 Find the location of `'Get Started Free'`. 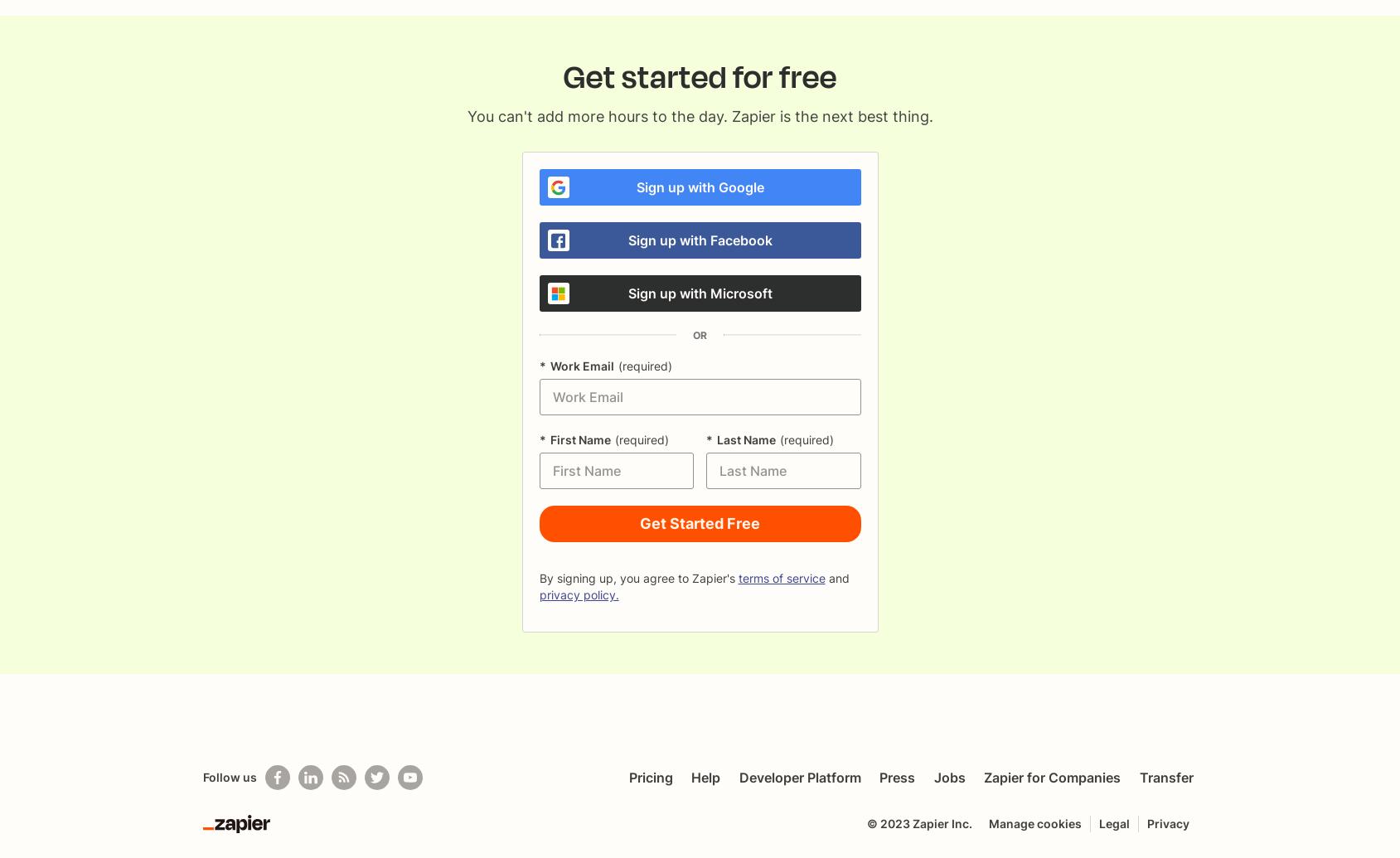

'Get Started Free' is located at coordinates (699, 522).